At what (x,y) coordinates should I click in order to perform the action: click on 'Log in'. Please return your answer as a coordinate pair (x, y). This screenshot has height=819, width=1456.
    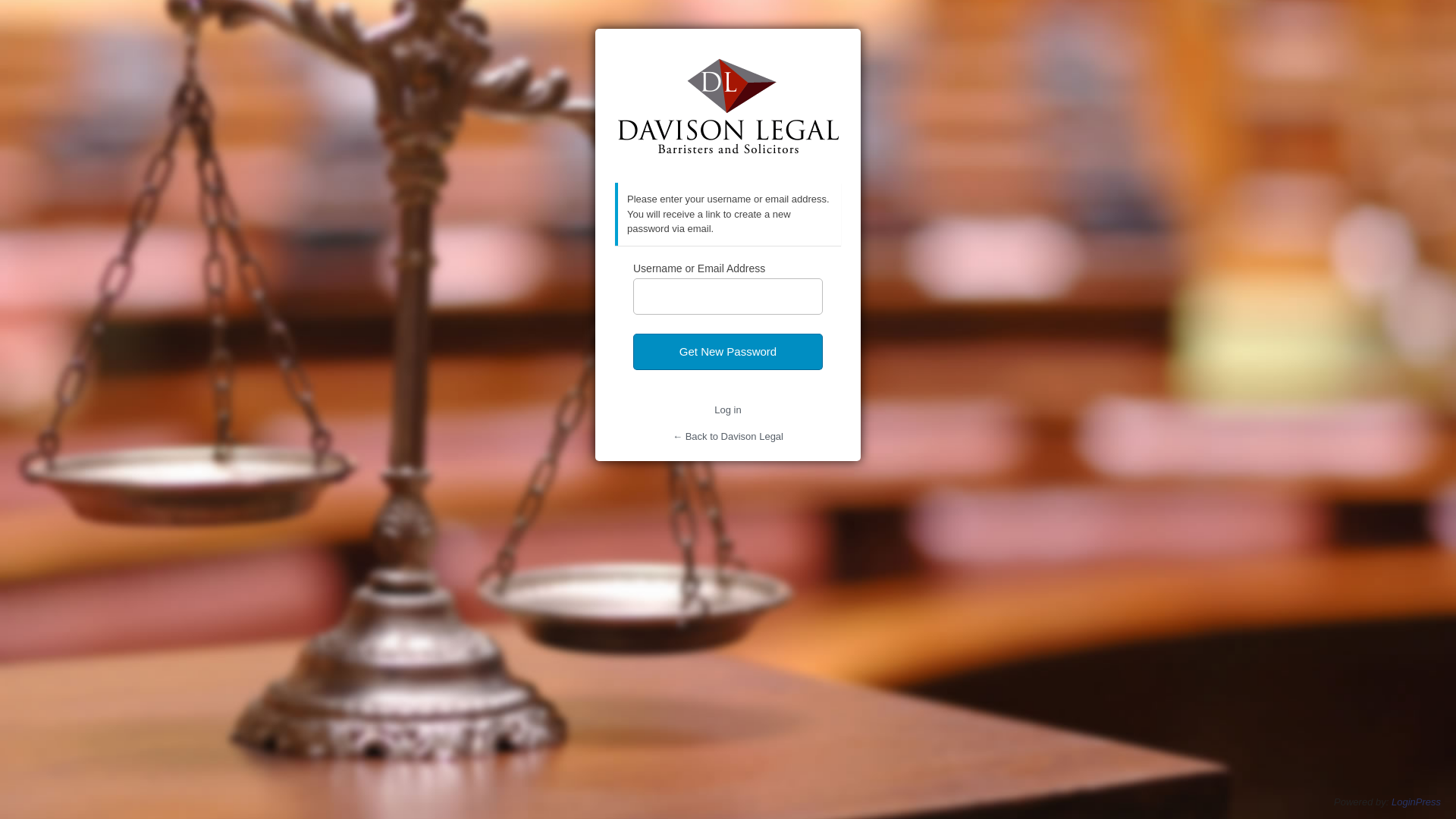
    Looking at the image, I should click on (726, 409).